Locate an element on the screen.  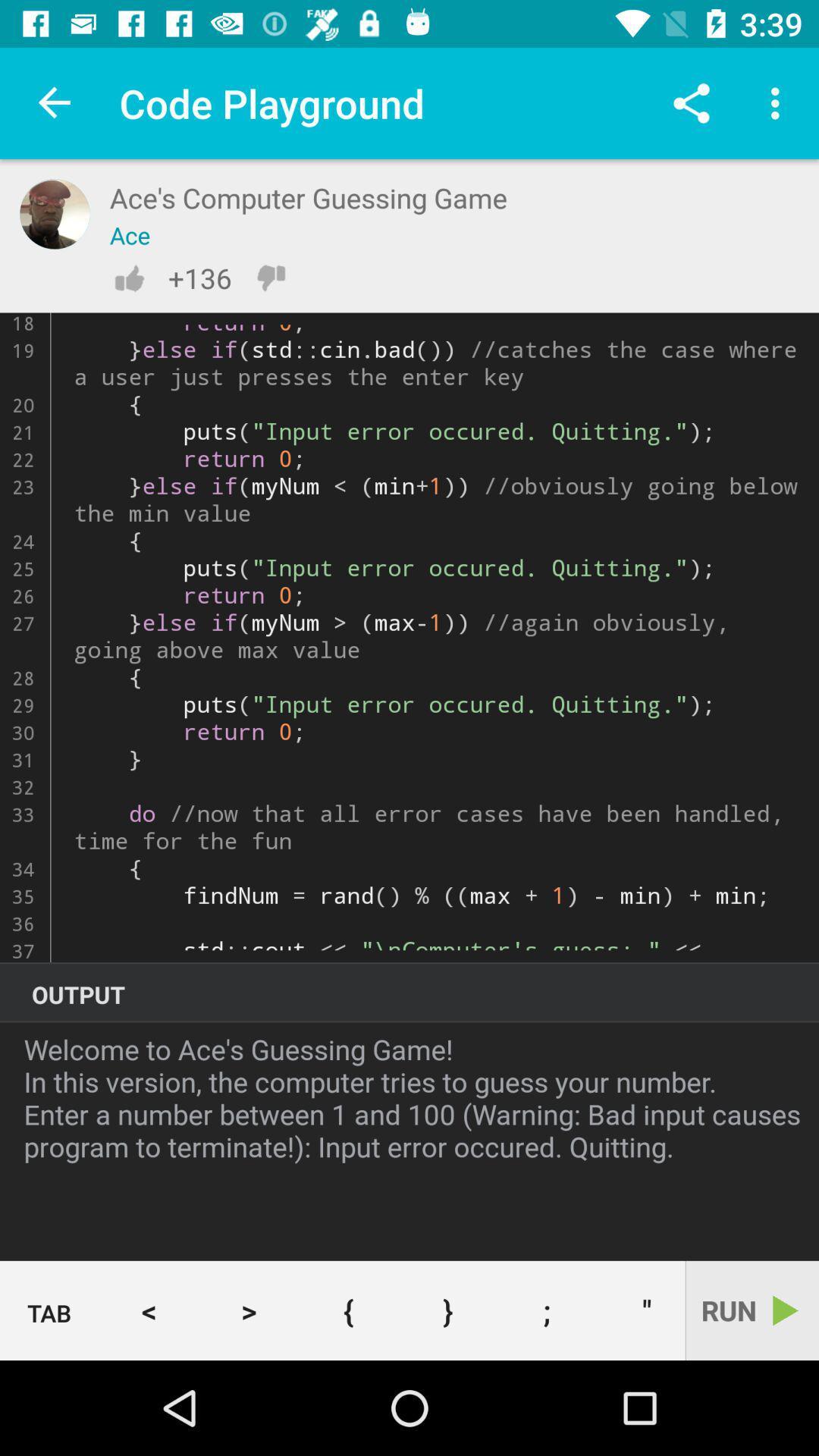
like the code is located at coordinates (128, 278).